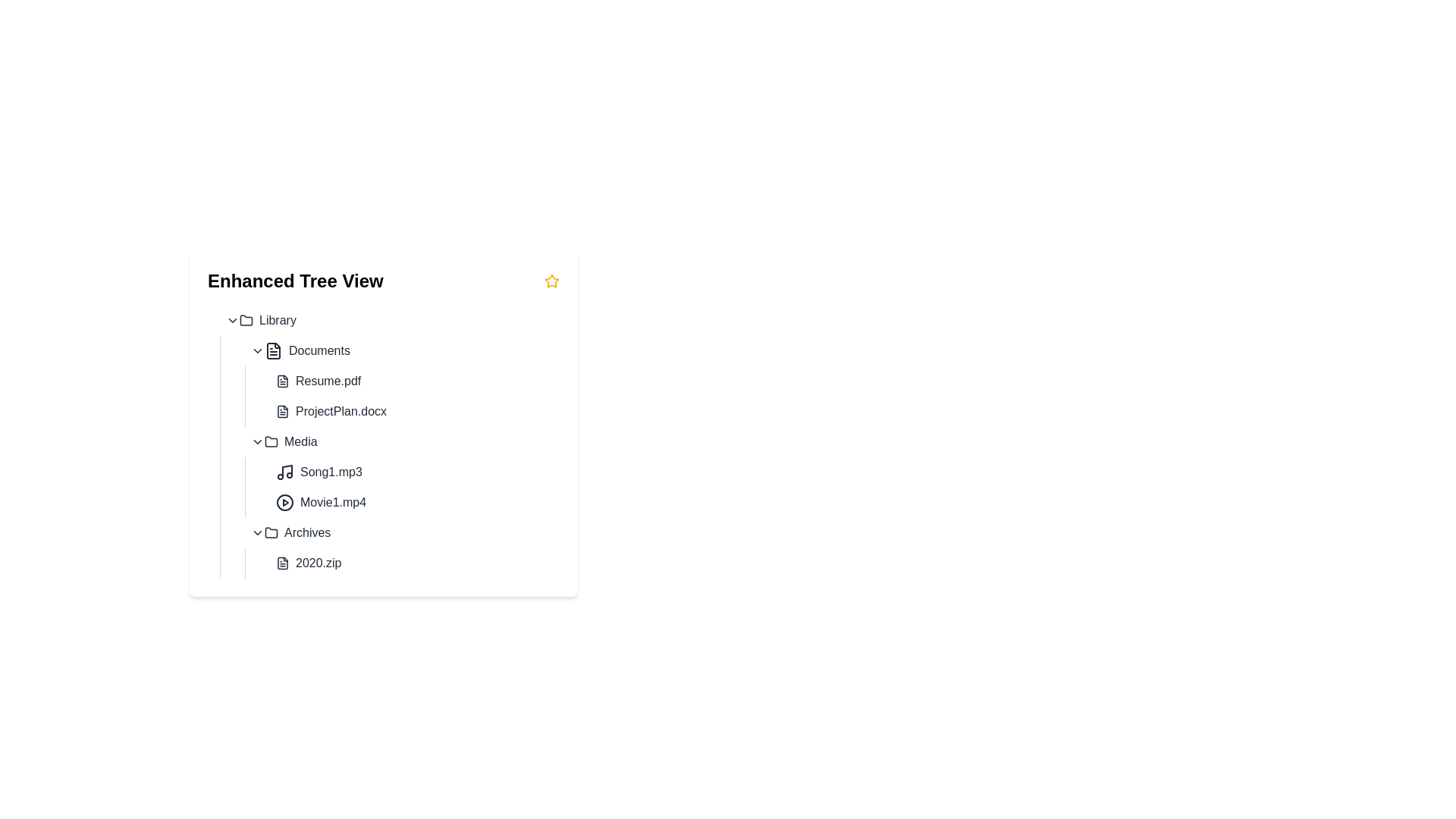  What do you see at coordinates (273, 350) in the screenshot?
I see `the document icon, which is styled with dark outlines and located next to the text label 'Documents'` at bounding box center [273, 350].